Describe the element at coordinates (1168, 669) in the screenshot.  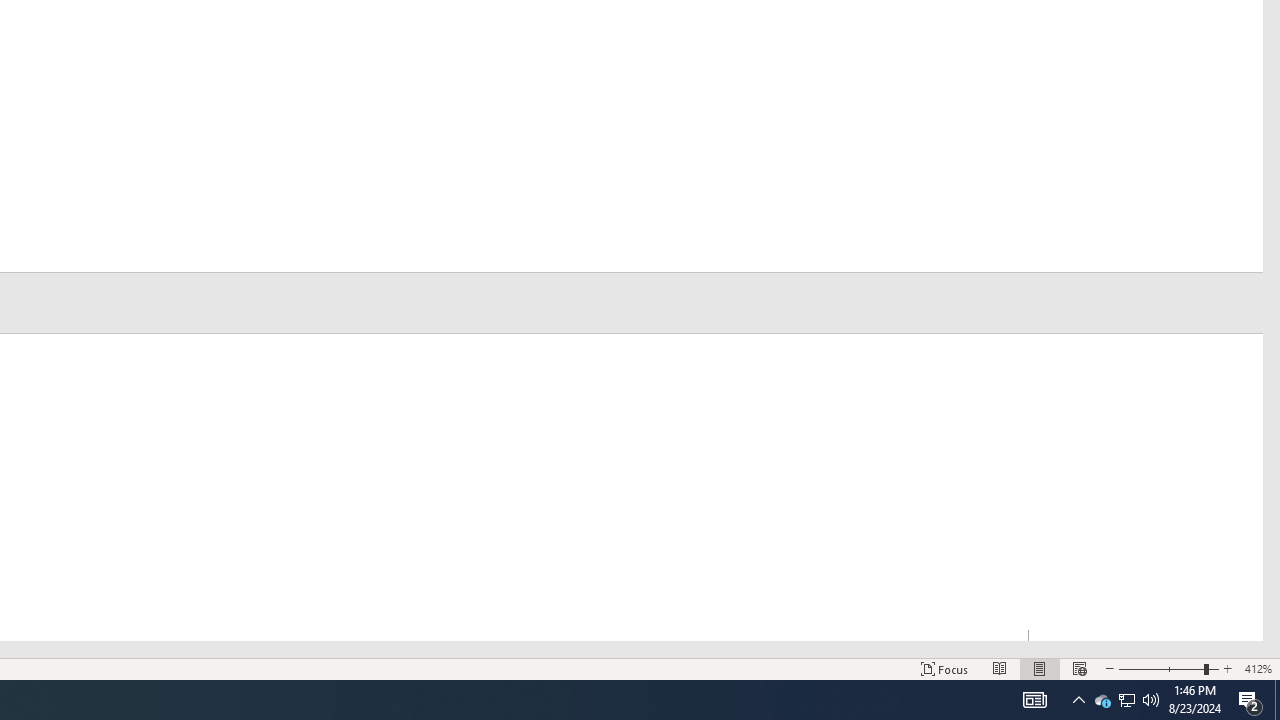
I see `'Zoom'` at that location.